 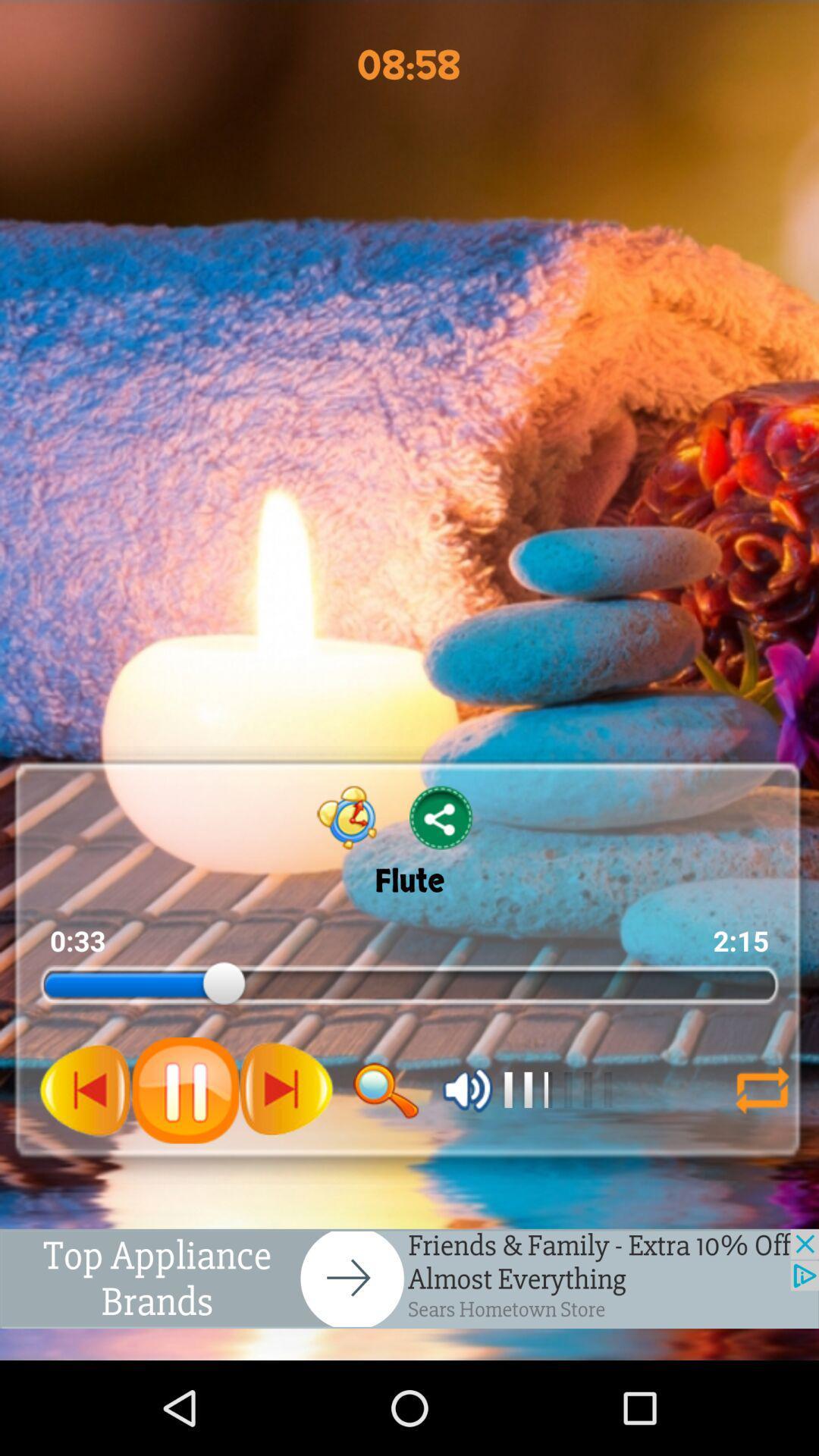 What do you see at coordinates (347, 817) in the screenshot?
I see `clik timer button` at bounding box center [347, 817].